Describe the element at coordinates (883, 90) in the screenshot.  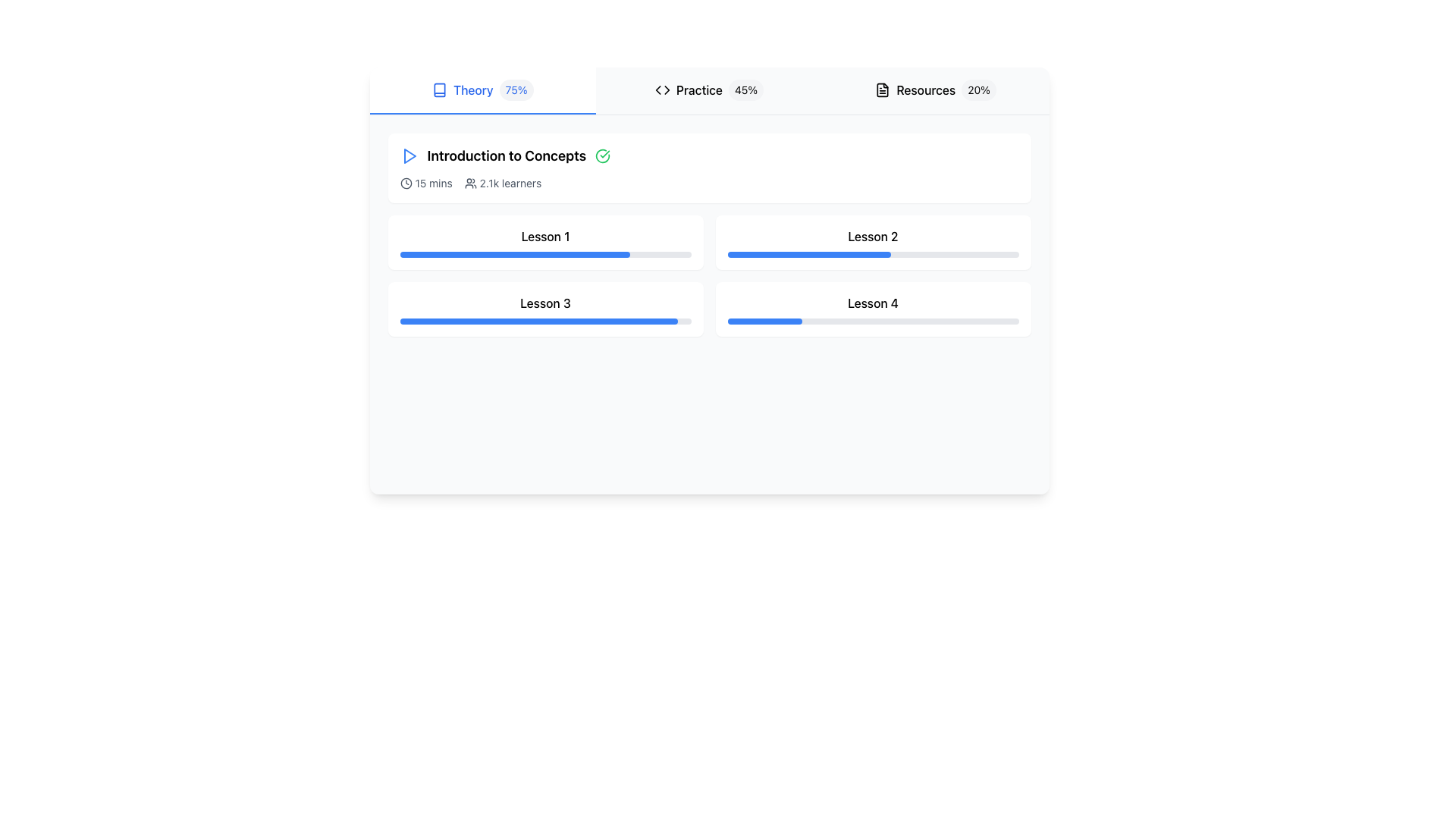
I see `the leftmost icon within the 'Resources' button in the navigation menu` at that location.